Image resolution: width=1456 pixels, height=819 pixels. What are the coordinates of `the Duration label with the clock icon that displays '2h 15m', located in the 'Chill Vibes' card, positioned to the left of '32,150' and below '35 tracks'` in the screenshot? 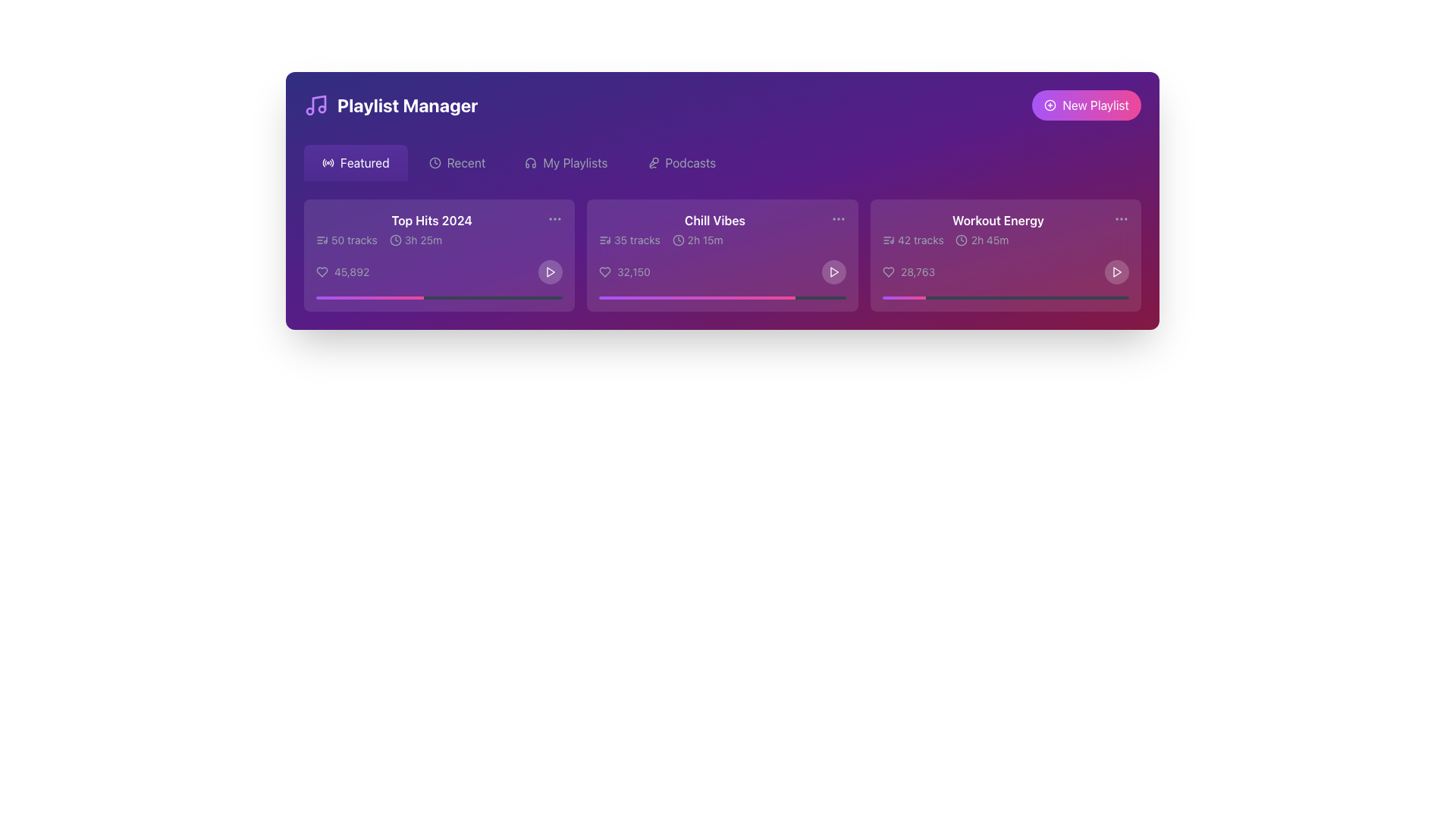 It's located at (697, 239).